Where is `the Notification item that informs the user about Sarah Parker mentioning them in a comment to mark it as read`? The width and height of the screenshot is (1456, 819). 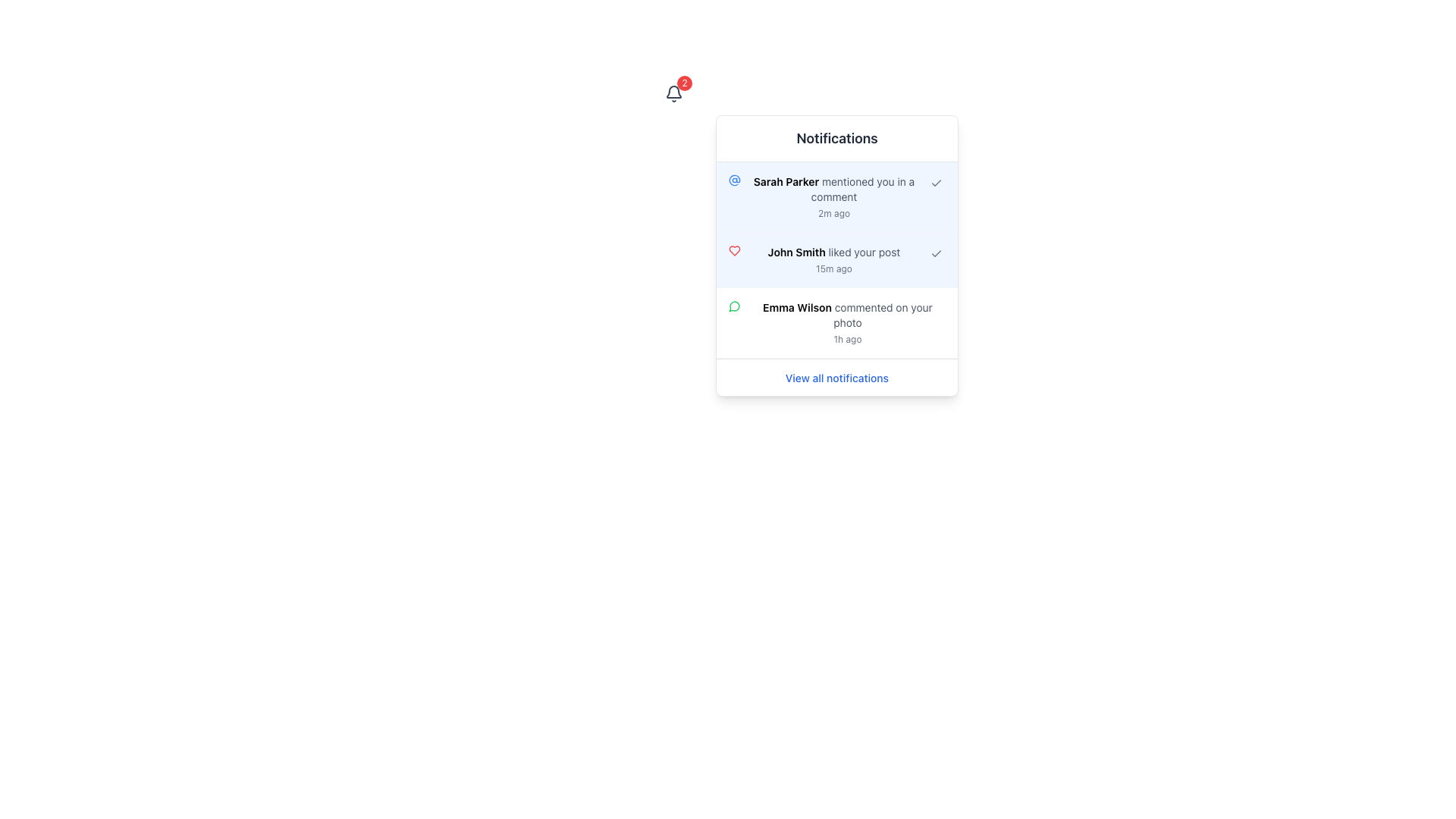 the Notification item that informs the user about Sarah Parker mentioning them in a comment to mark it as read is located at coordinates (836, 196).